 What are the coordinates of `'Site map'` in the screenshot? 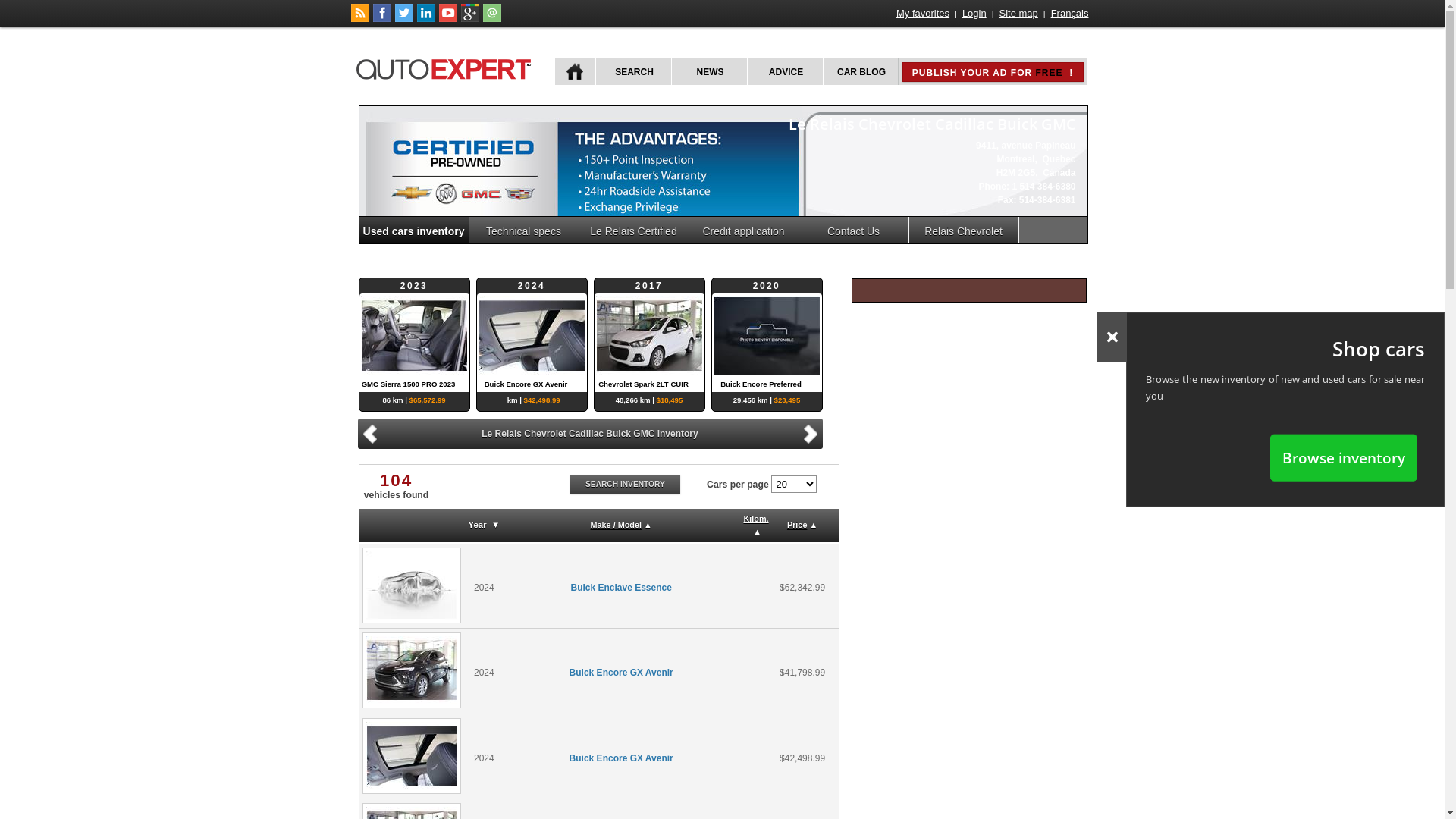 It's located at (1018, 13).